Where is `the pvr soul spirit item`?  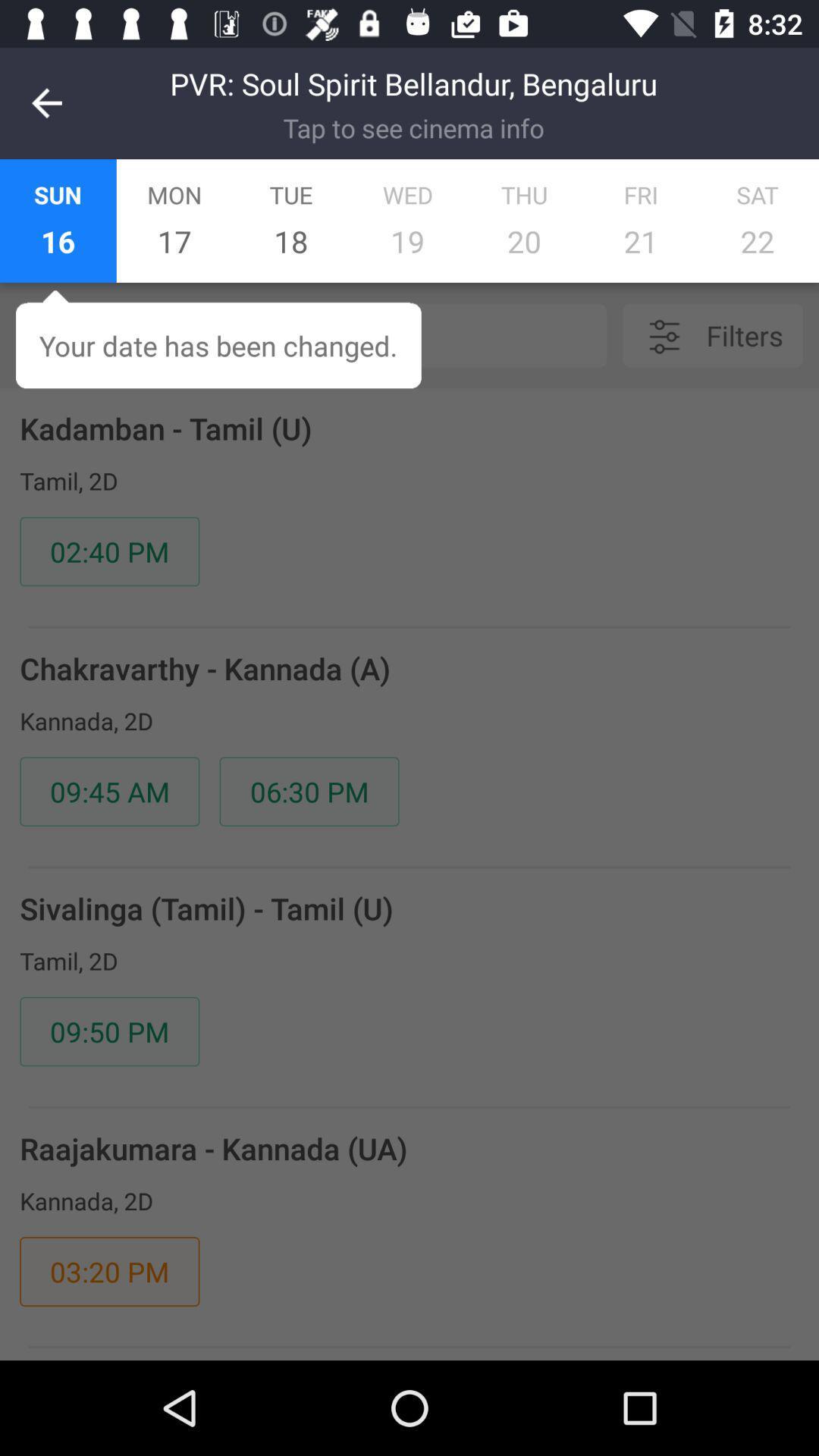 the pvr soul spirit item is located at coordinates (413, 83).